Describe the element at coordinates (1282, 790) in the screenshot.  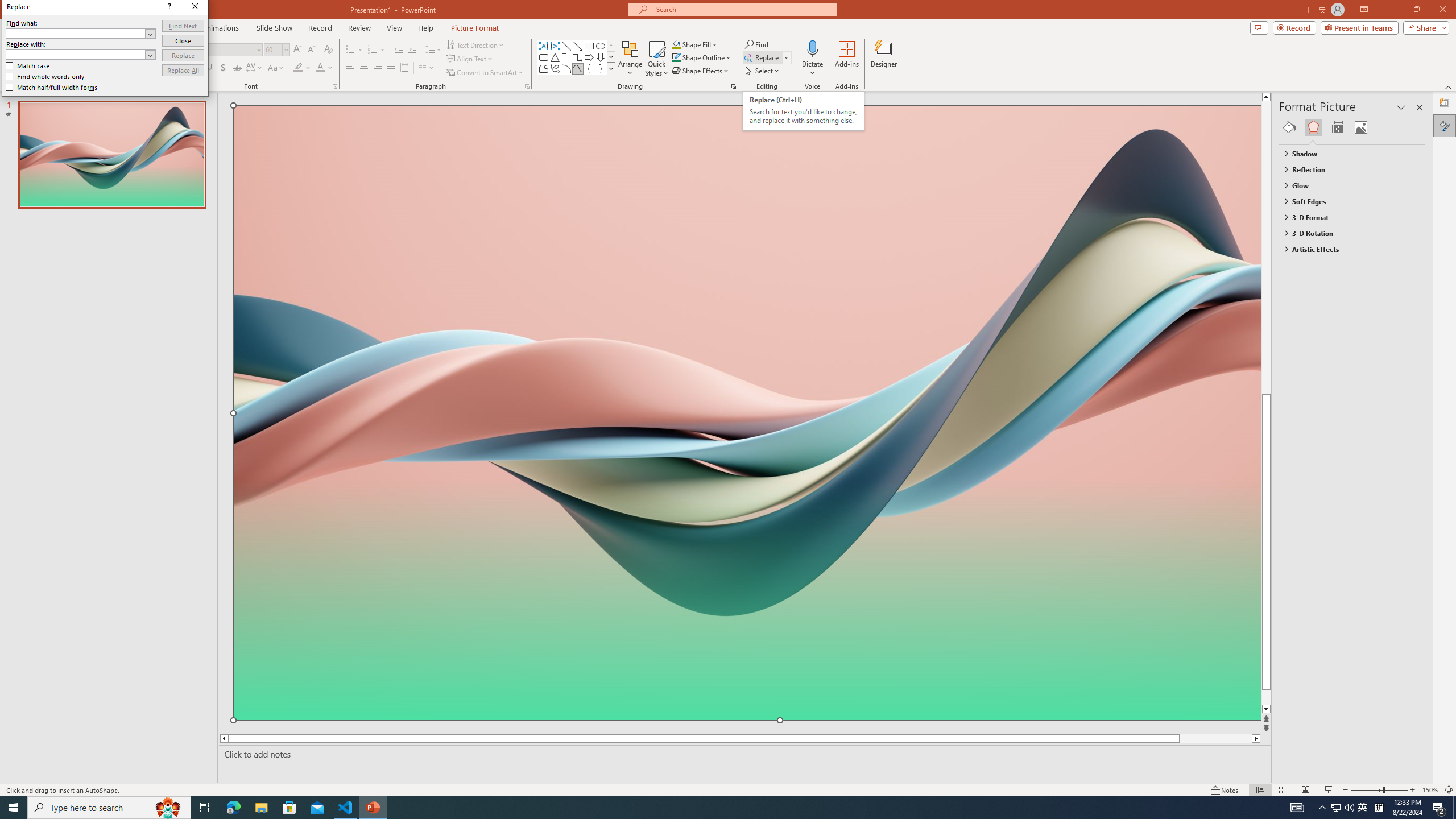
I see `'Slide Sorter'` at that location.